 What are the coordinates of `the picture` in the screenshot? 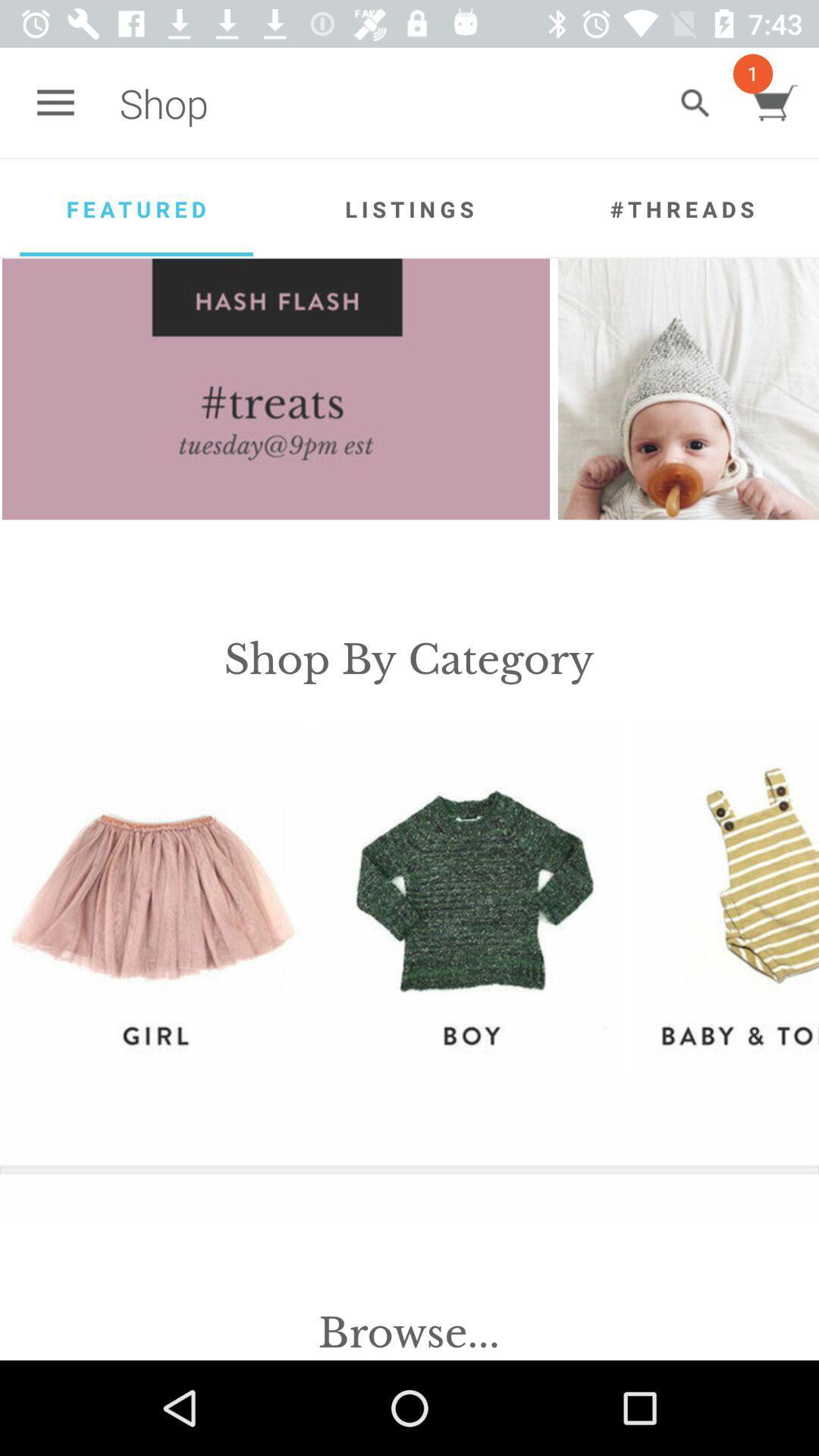 It's located at (688, 389).